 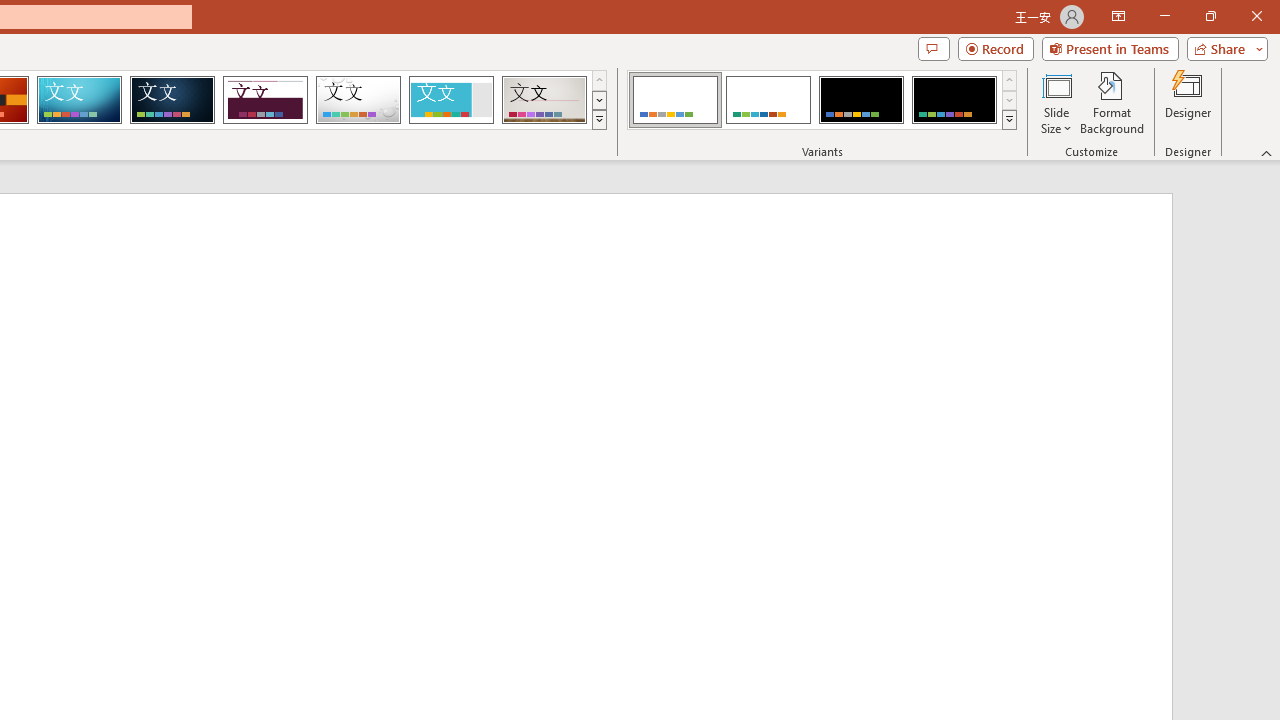 What do you see at coordinates (358, 100) in the screenshot?
I see `'Droplet Loading Preview...'` at bounding box center [358, 100].